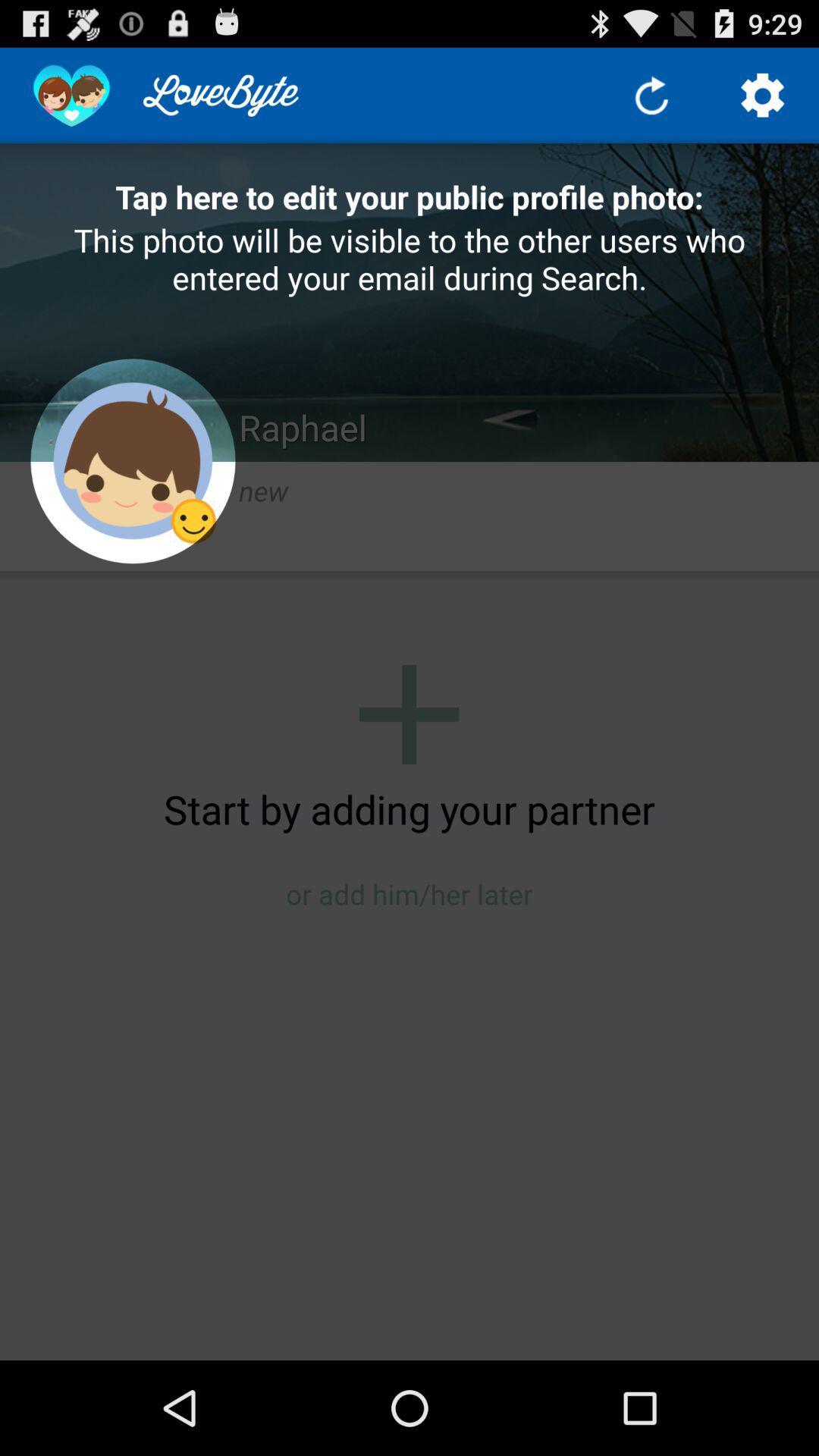  Describe the element at coordinates (651, 94) in the screenshot. I see `refresh` at that location.